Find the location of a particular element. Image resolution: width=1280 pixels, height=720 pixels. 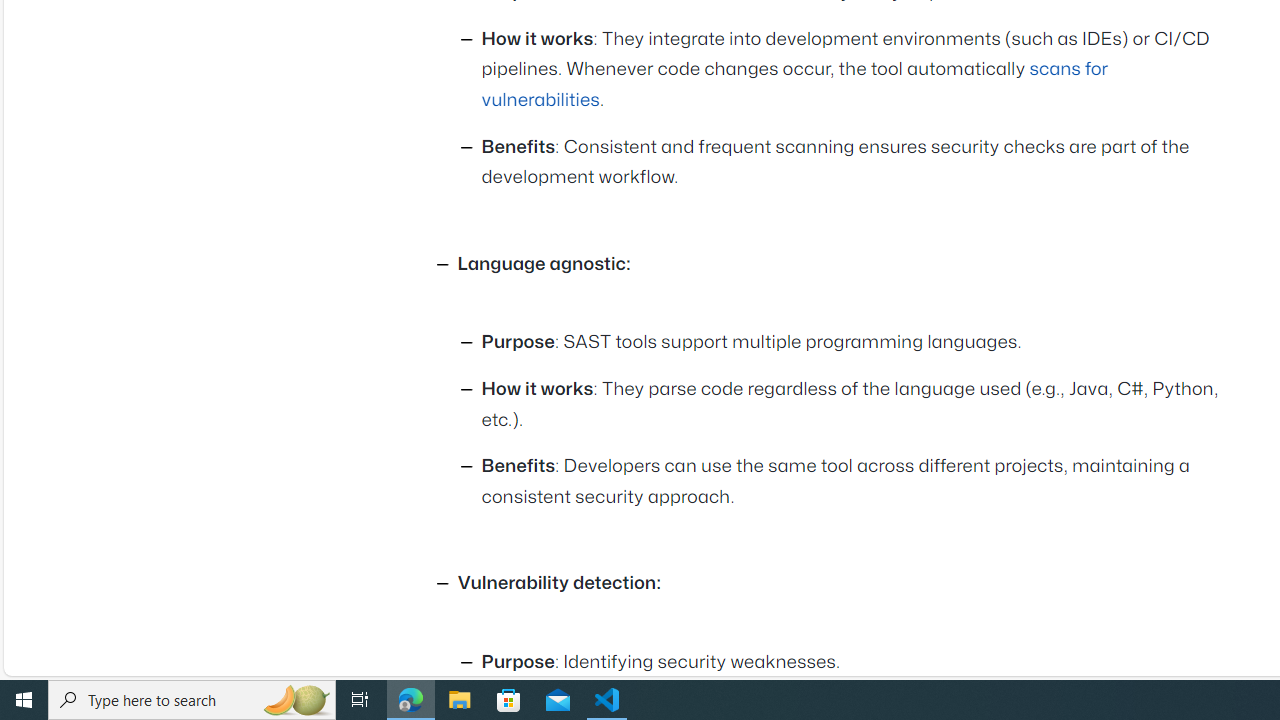

'Purpose: SAST tools support multiple programming languages.' is located at coordinates (855, 342).